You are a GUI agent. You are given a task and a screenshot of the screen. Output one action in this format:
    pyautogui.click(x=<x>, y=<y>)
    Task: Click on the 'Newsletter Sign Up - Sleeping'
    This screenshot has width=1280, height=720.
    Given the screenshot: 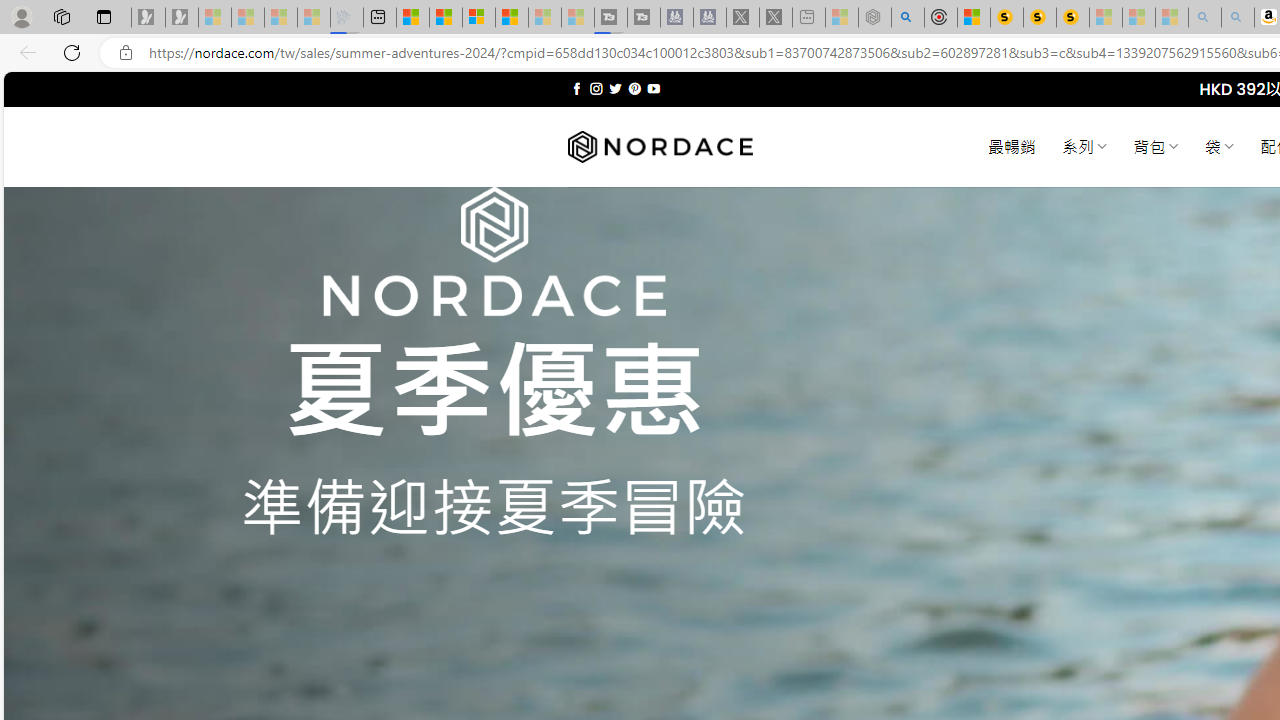 What is the action you would take?
    pyautogui.click(x=182, y=17)
    